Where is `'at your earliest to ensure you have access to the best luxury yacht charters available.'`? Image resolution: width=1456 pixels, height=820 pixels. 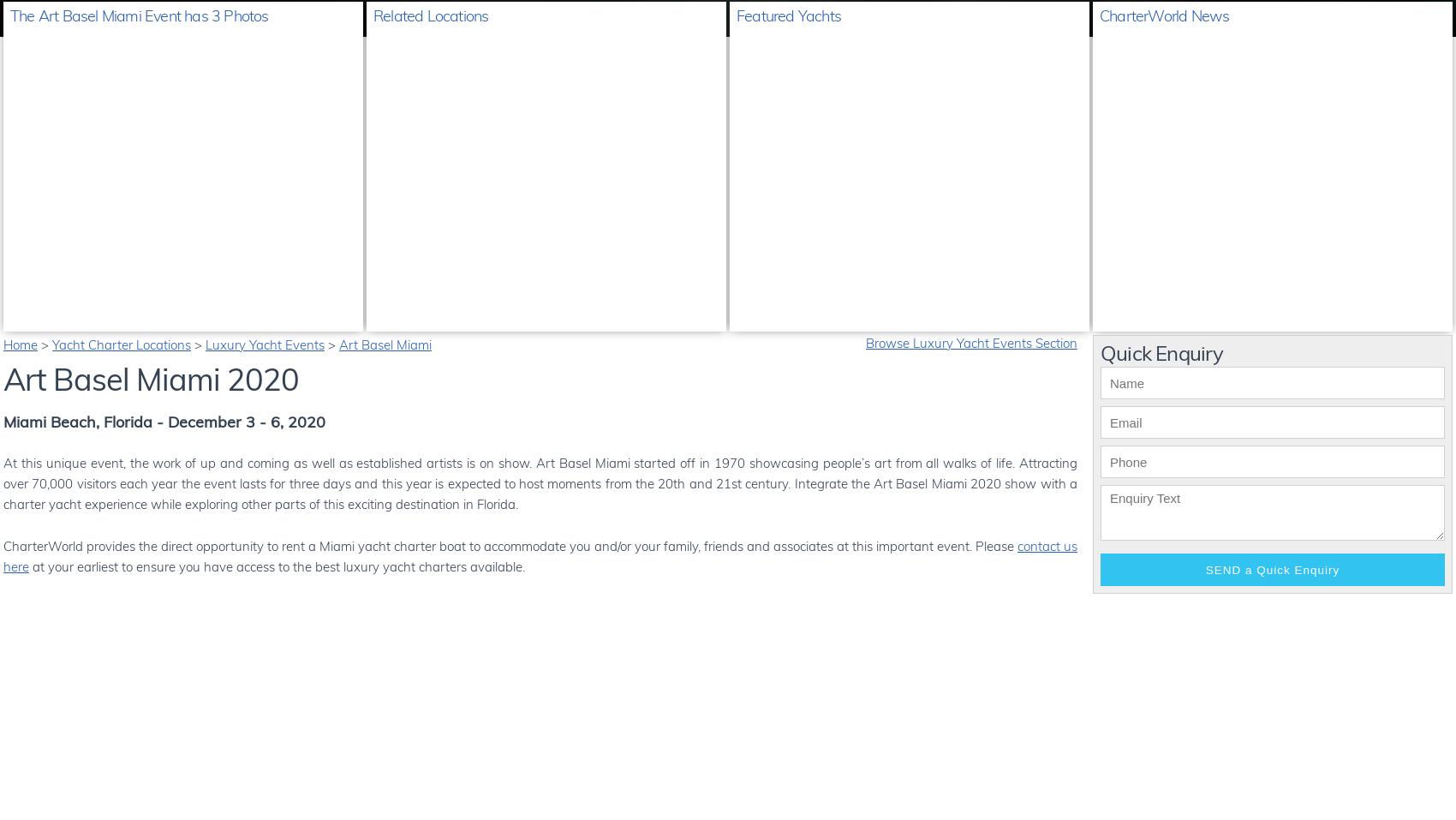 'at your earliest to ensure you have access to the best luxury yacht charters available.' is located at coordinates (29, 566).